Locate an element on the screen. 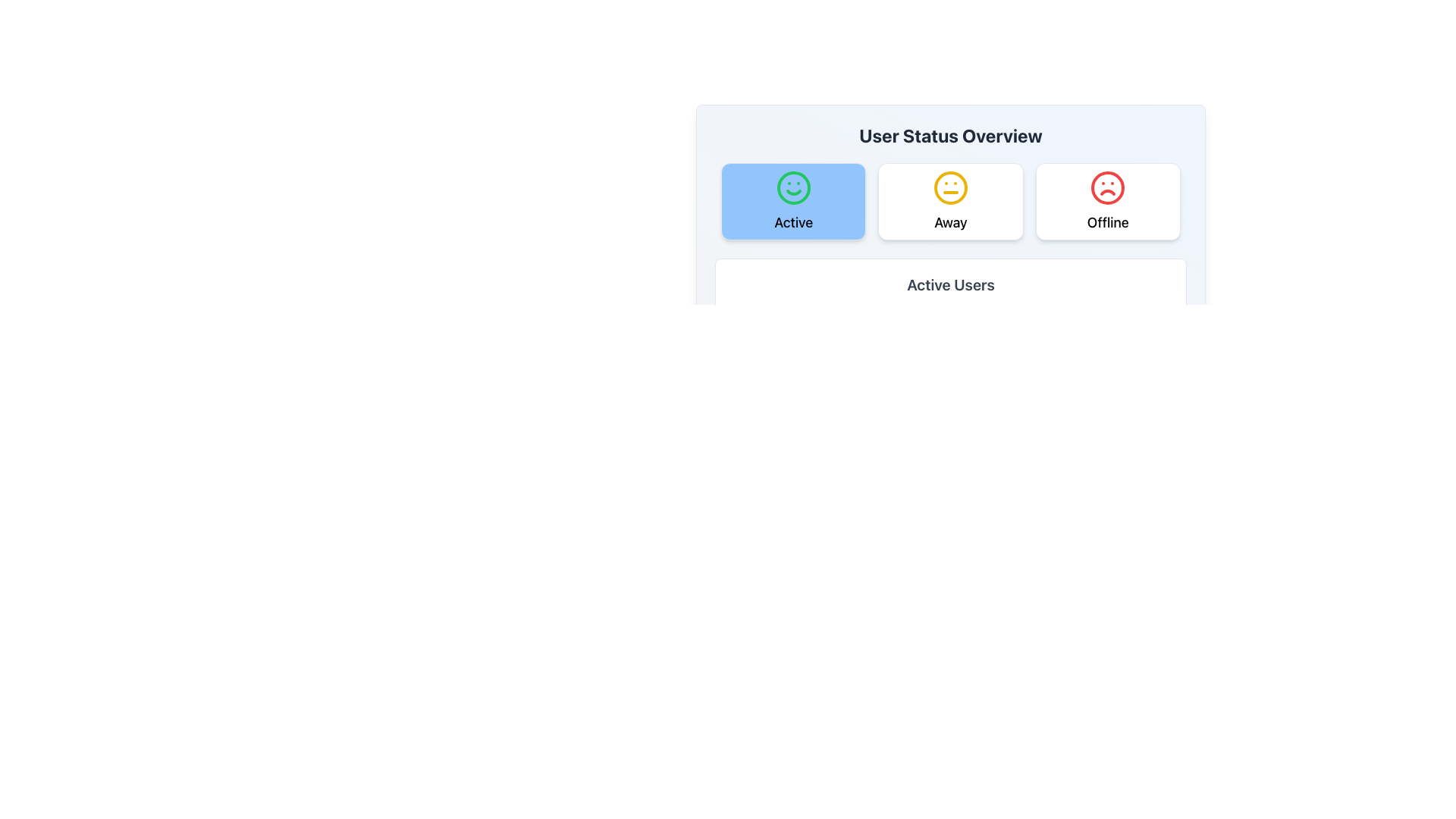  the 'Offline' text label displayed in bold black font, positioned below the red sad face icon in the user status card is located at coordinates (1108, 222).